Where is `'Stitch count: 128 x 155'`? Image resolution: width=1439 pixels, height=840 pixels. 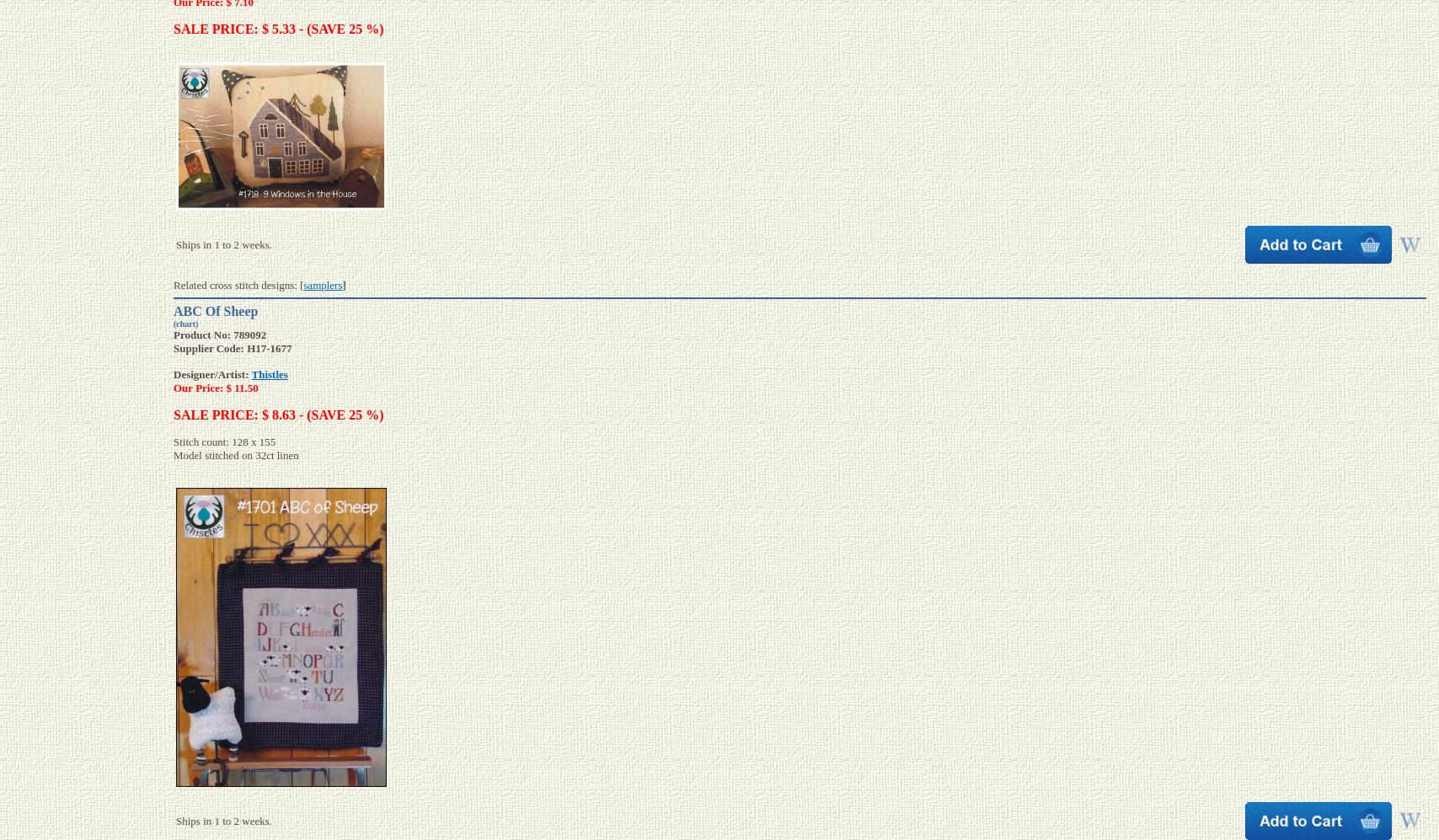
'Stitch count: 128 x 155' is located at coordinates (224, 441).